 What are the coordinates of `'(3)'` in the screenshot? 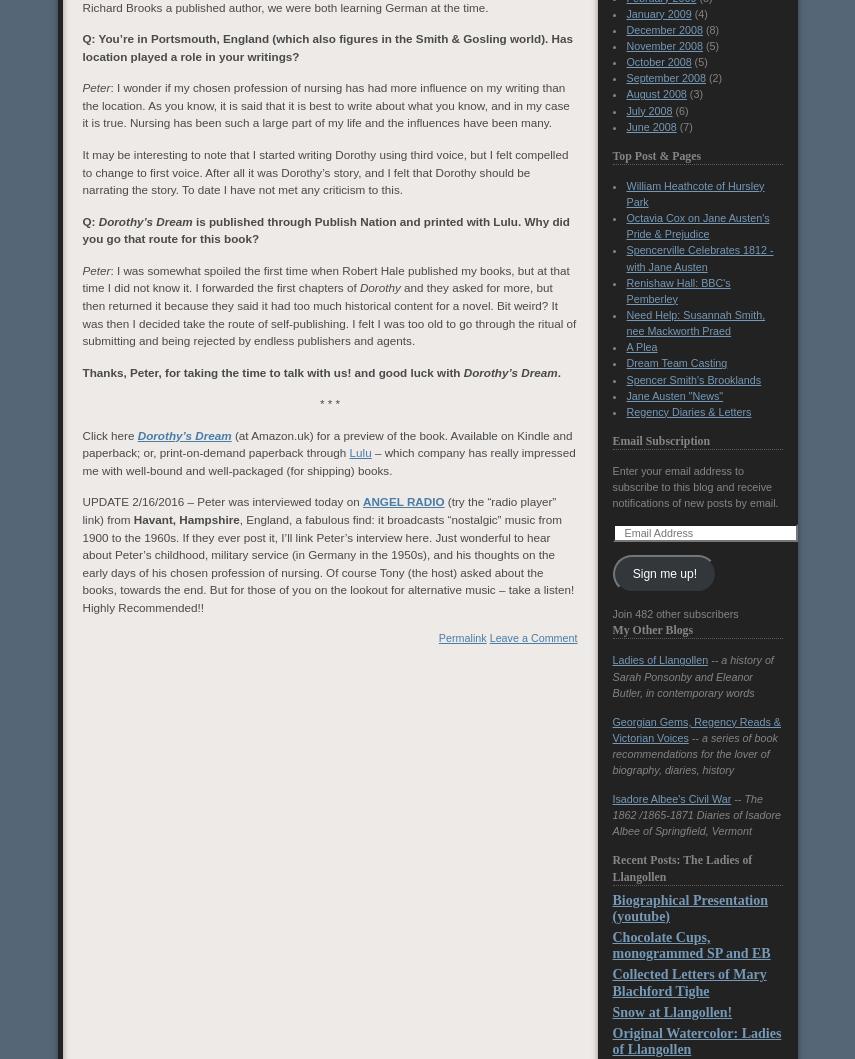 It's located at (693, 94).